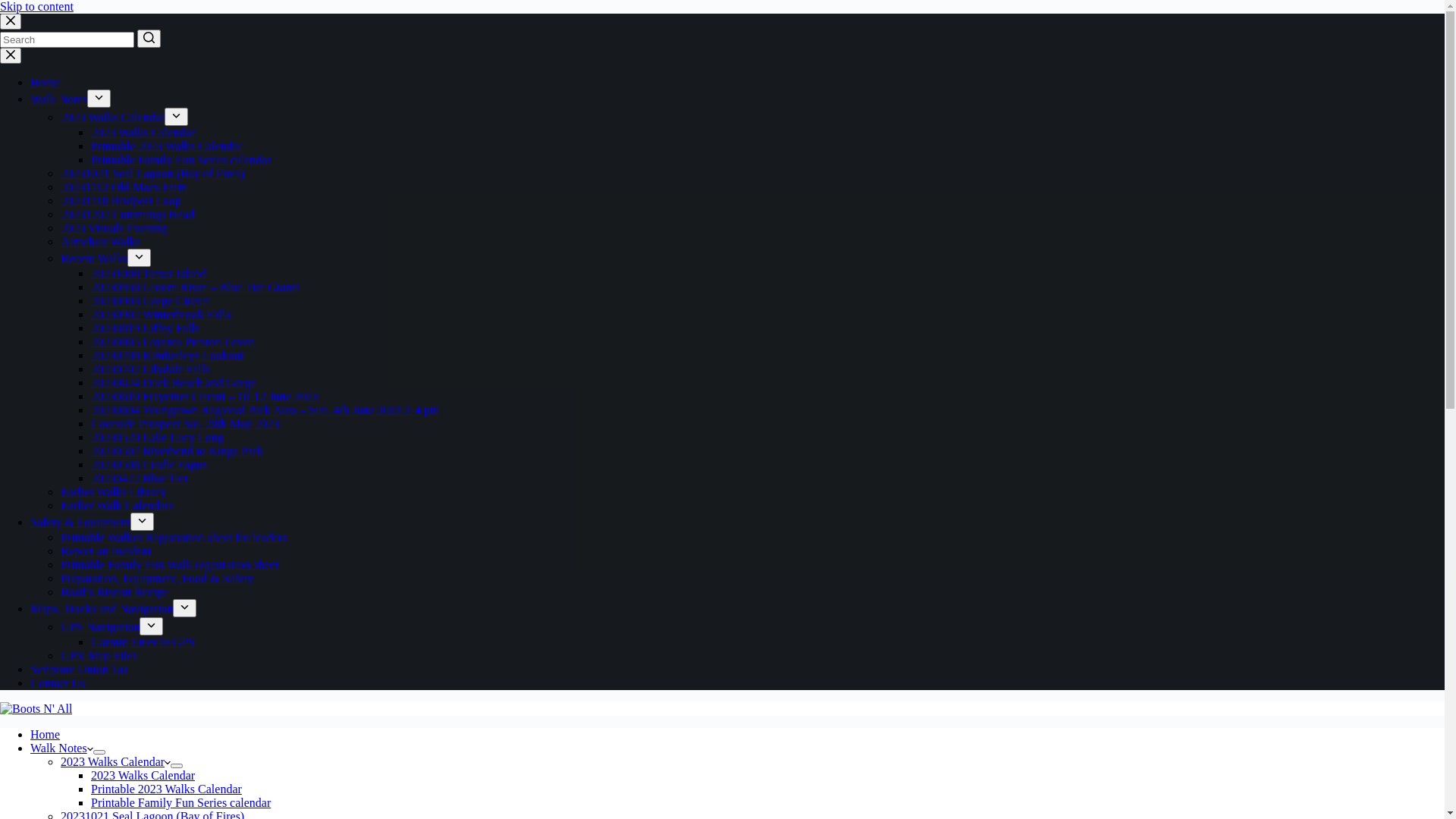  Describe the element at coordinates (112, 227) in the screenshot. I see `'2023 Visuals Evening'` at that location.